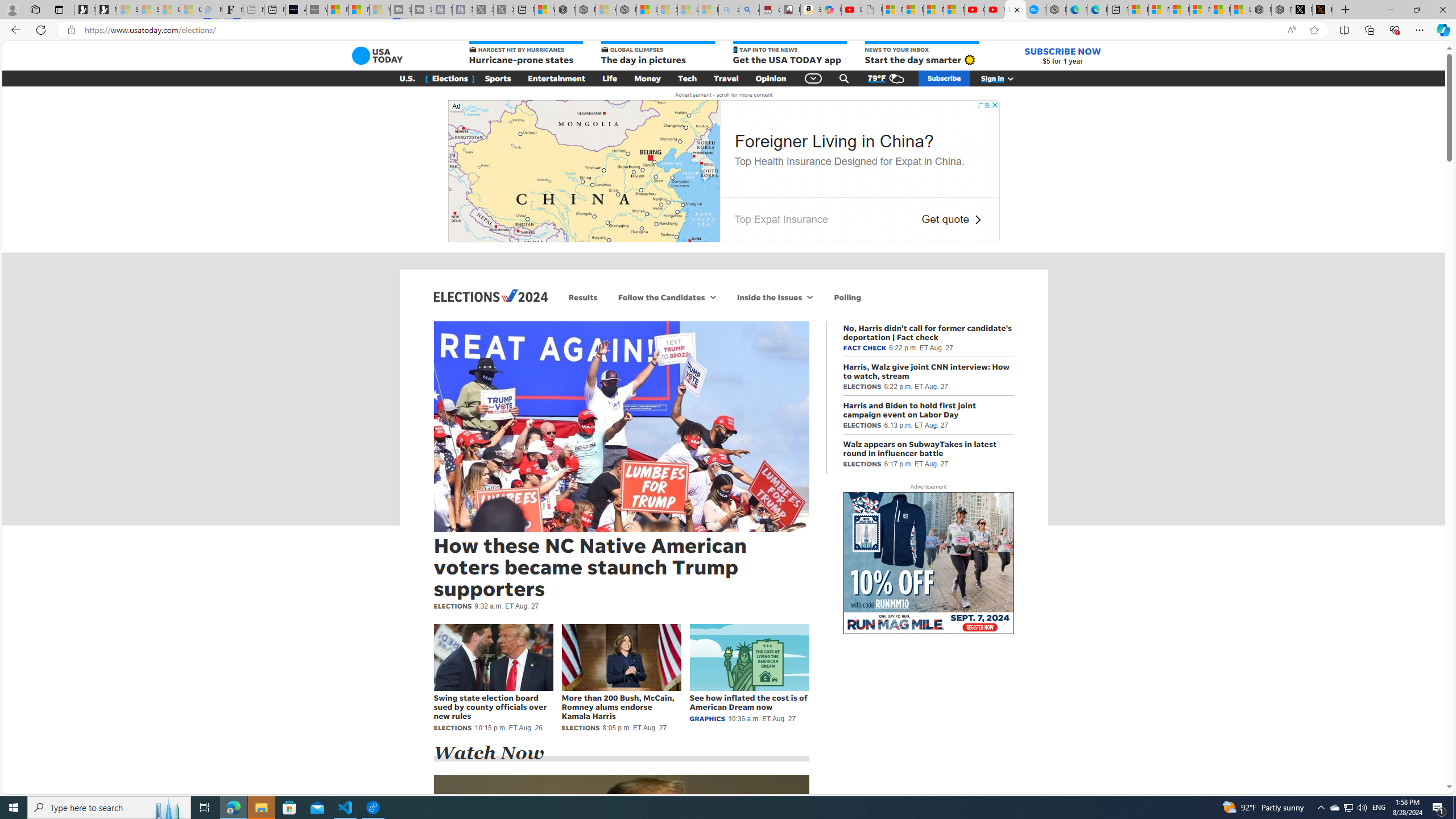 This screenshot has height=819, width=1456. What do you see at coordinates (503, 9) in the screenshot?
I see `'X - Sleeping'` at bounding box center [503, 9].